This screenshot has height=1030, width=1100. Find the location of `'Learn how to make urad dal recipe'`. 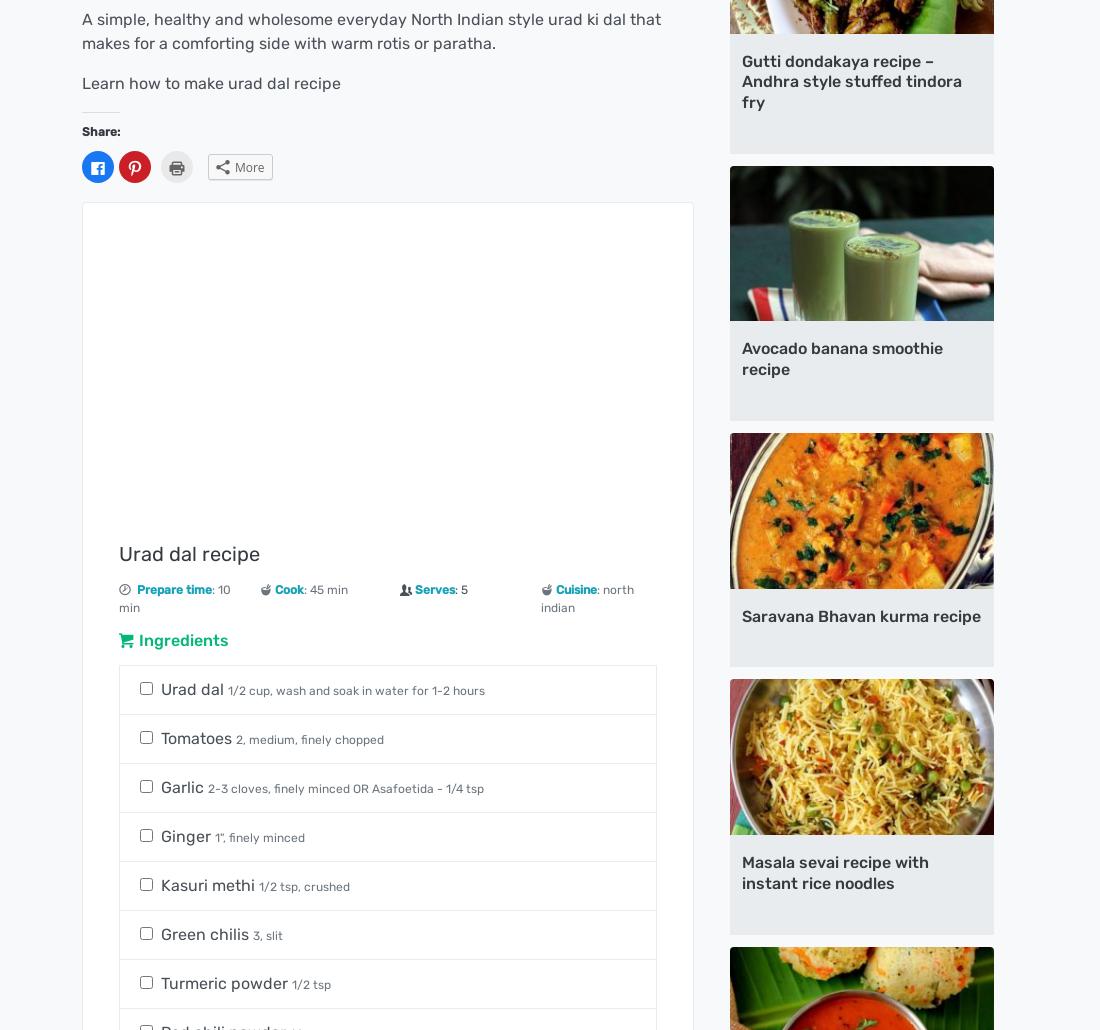

'Learn how to make urad dal recipe' is located at coordinates (211, 83).